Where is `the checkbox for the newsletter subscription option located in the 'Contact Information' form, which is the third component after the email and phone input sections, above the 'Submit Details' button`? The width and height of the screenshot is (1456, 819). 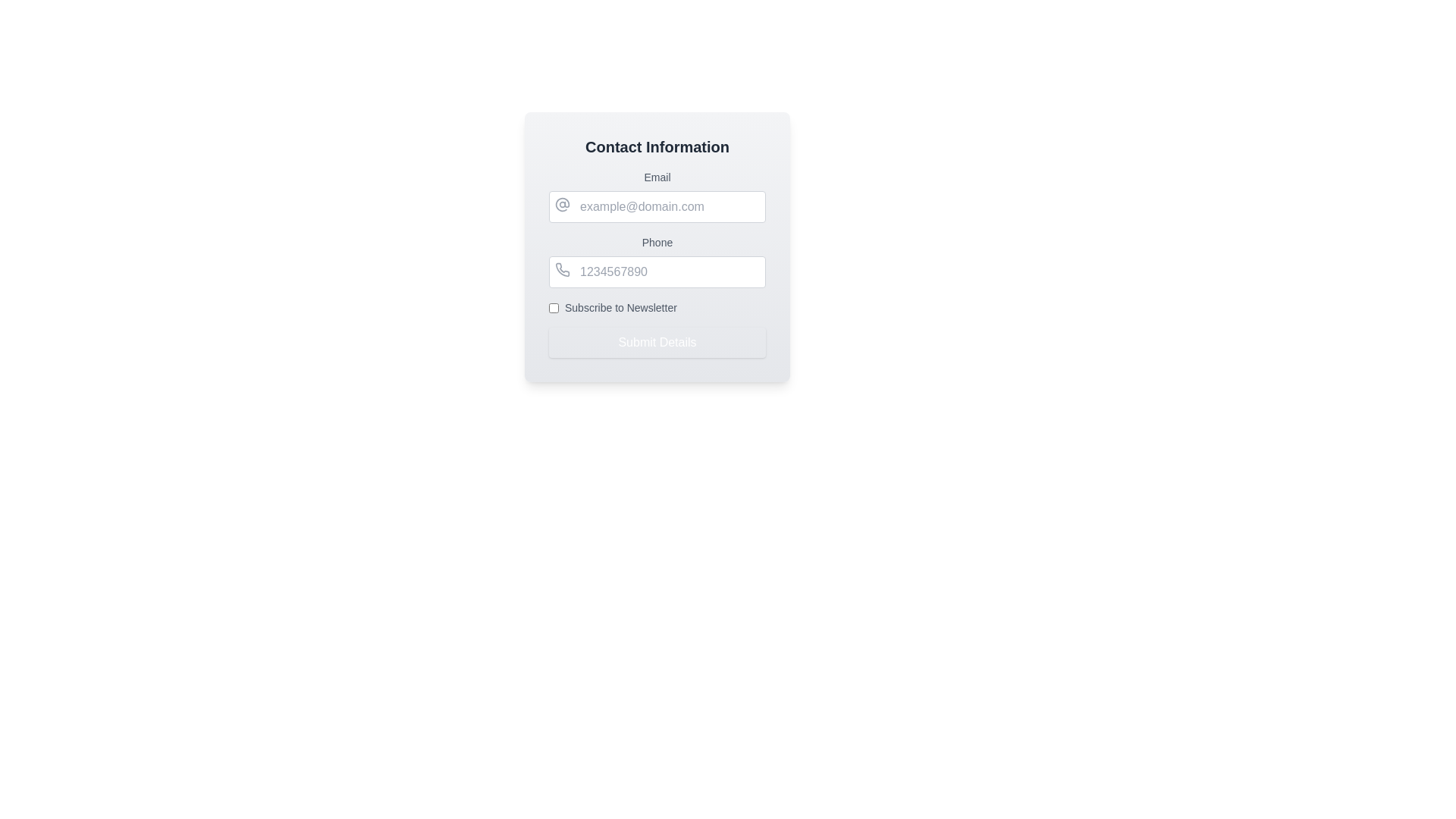 the checkbox for the newsletter subscription option located in the 'Contact Information' form, which is the third component after the email and phone input sections, above the 'Submit Details' button is located at coordinates (657, 307).